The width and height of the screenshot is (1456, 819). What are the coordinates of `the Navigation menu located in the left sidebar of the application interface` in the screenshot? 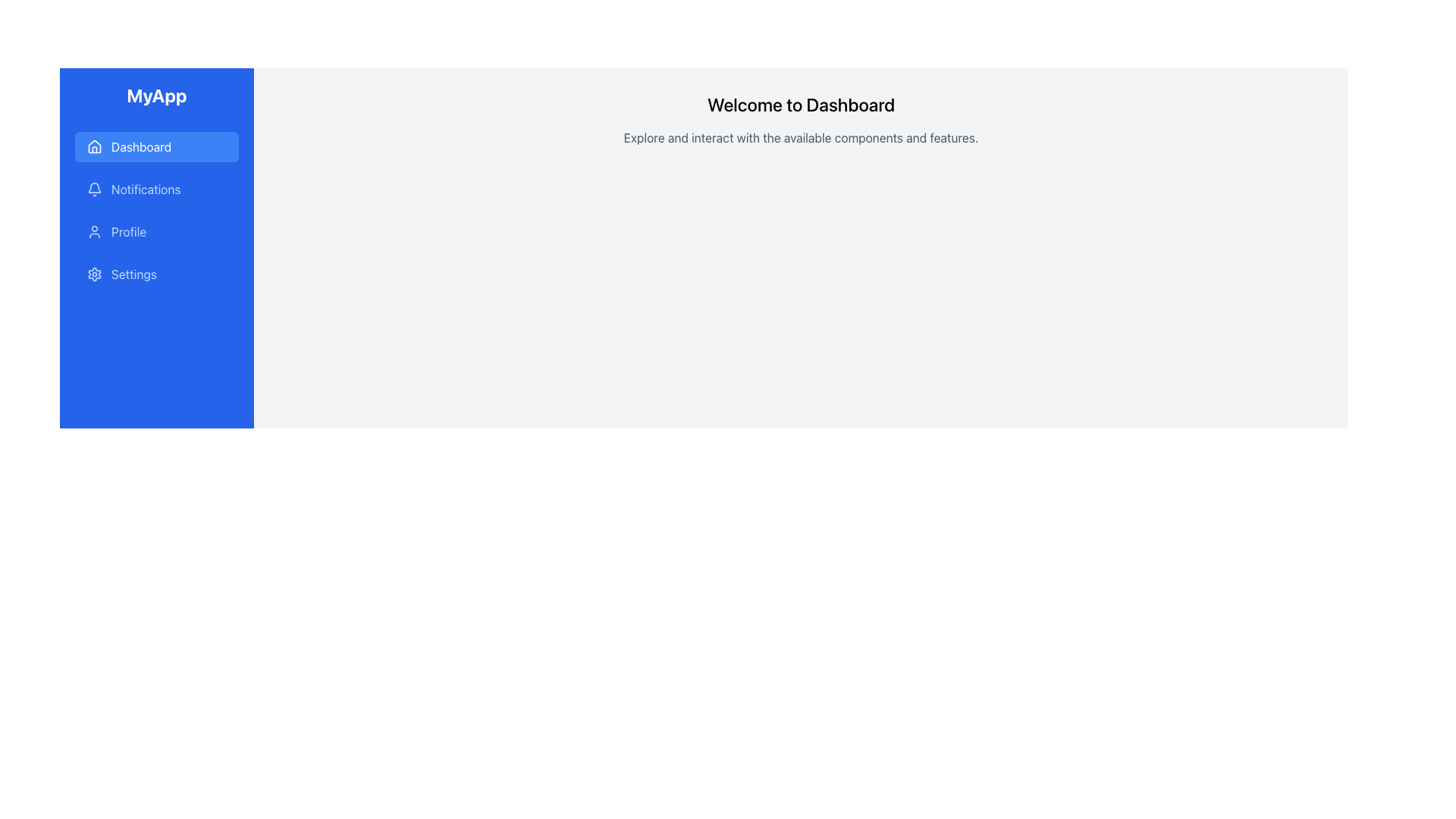 It's located at (156, 210).